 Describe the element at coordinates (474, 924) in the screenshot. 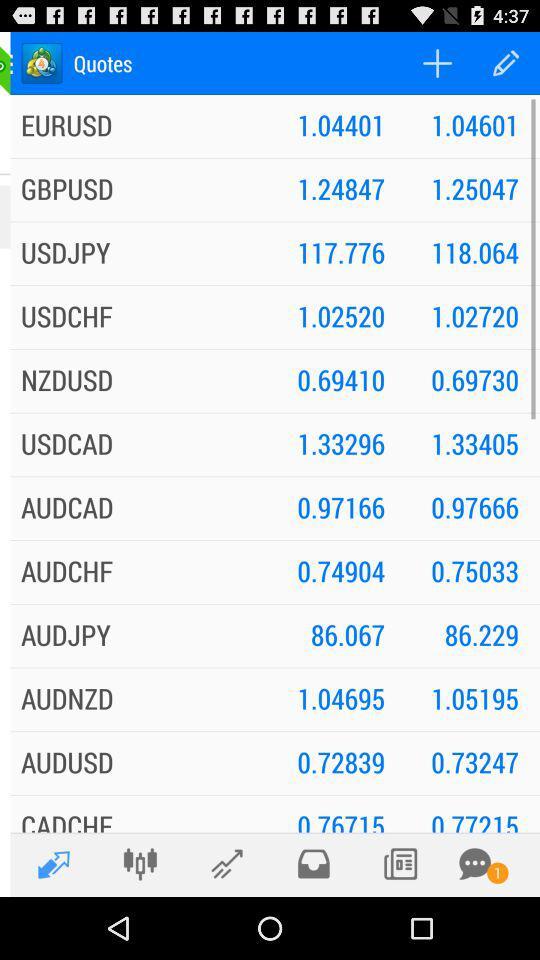

I see `the chat icon` at that location.